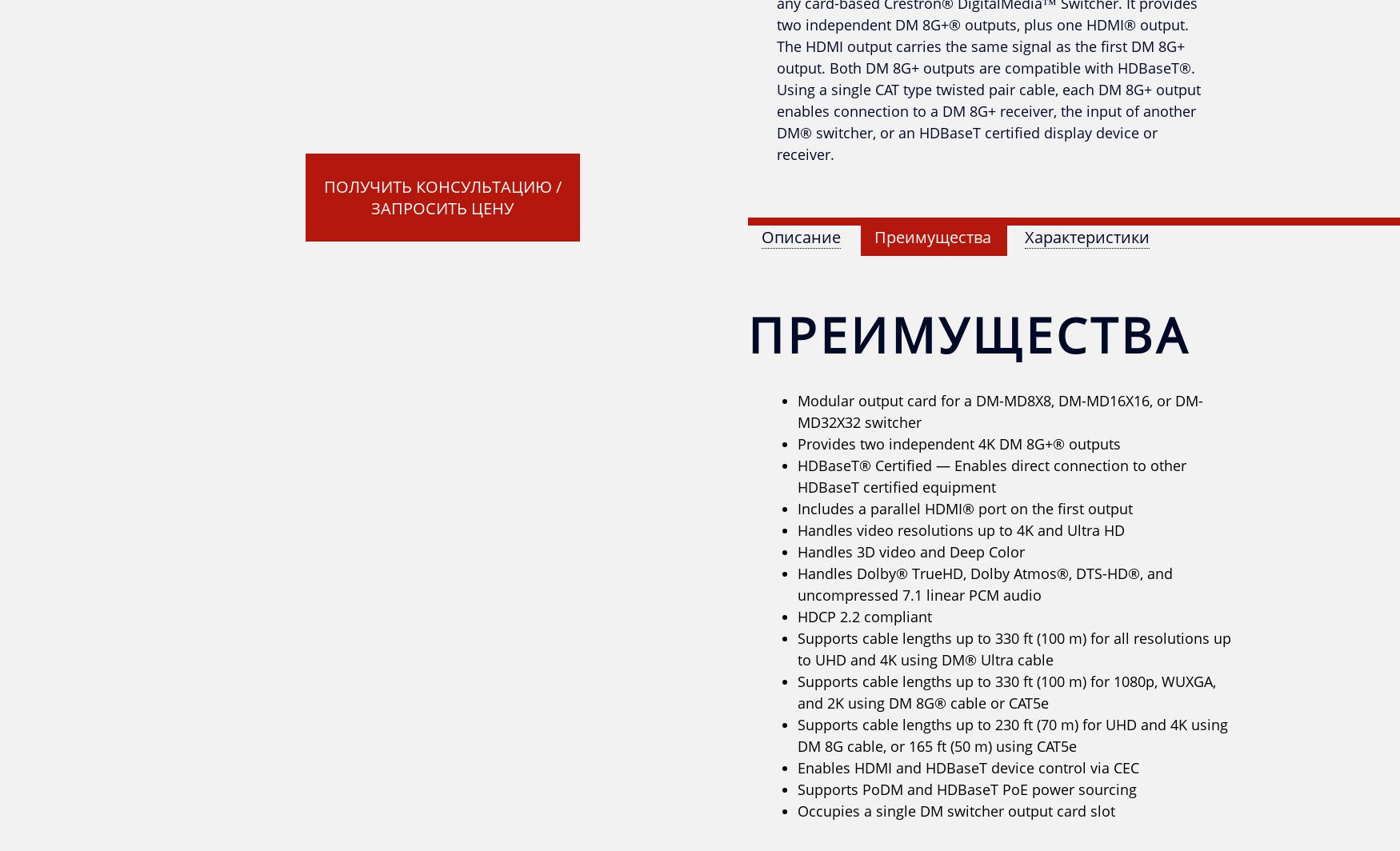  What do you see at coordinates (797, 768) in the screenshot?
I see `'Enables HDMI and HDBaseT device control via CEC'` at bounding box center [797, 768].